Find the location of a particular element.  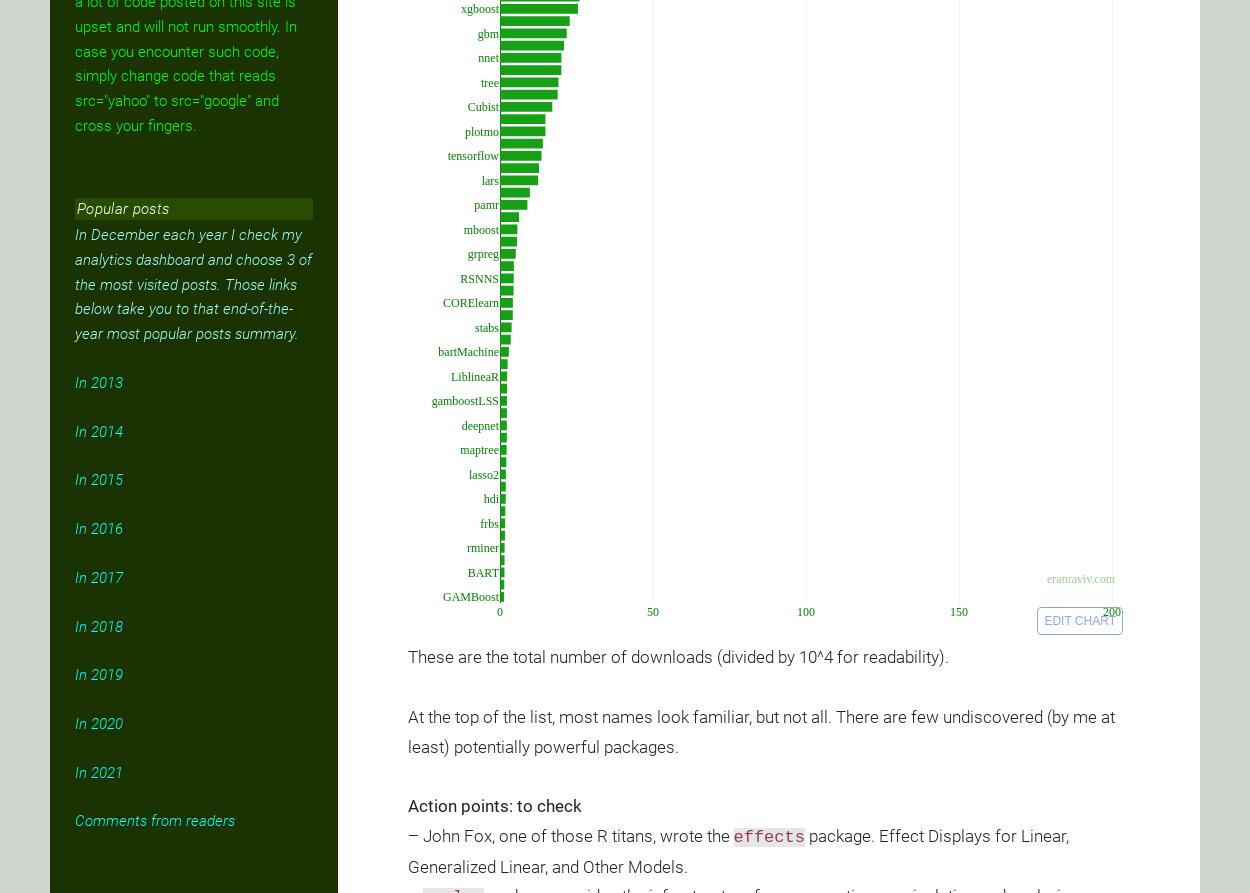

'Action points: to check' is located at coordinates (493, 805).